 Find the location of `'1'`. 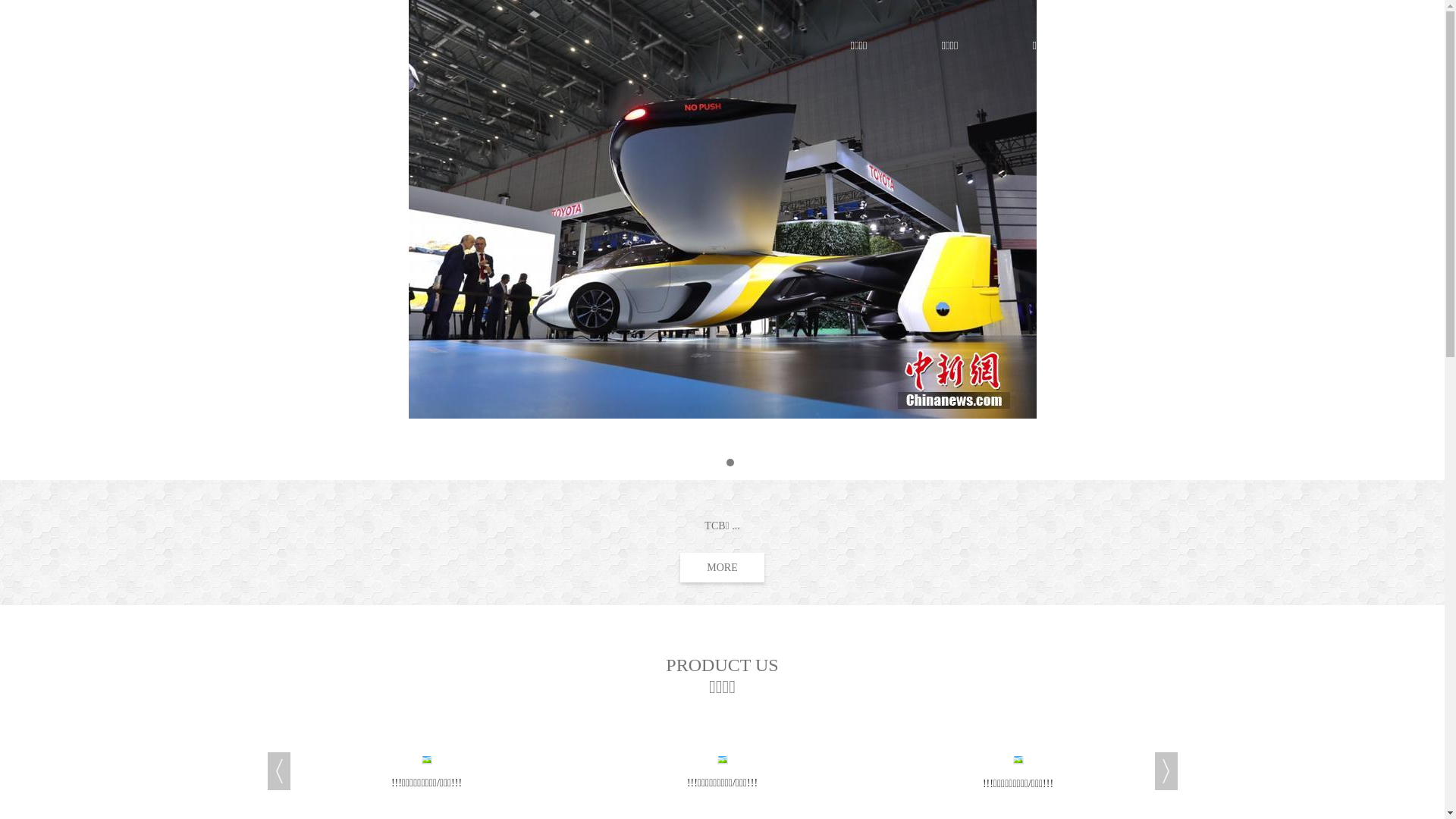

'1' is located at coordinates (710, 461).